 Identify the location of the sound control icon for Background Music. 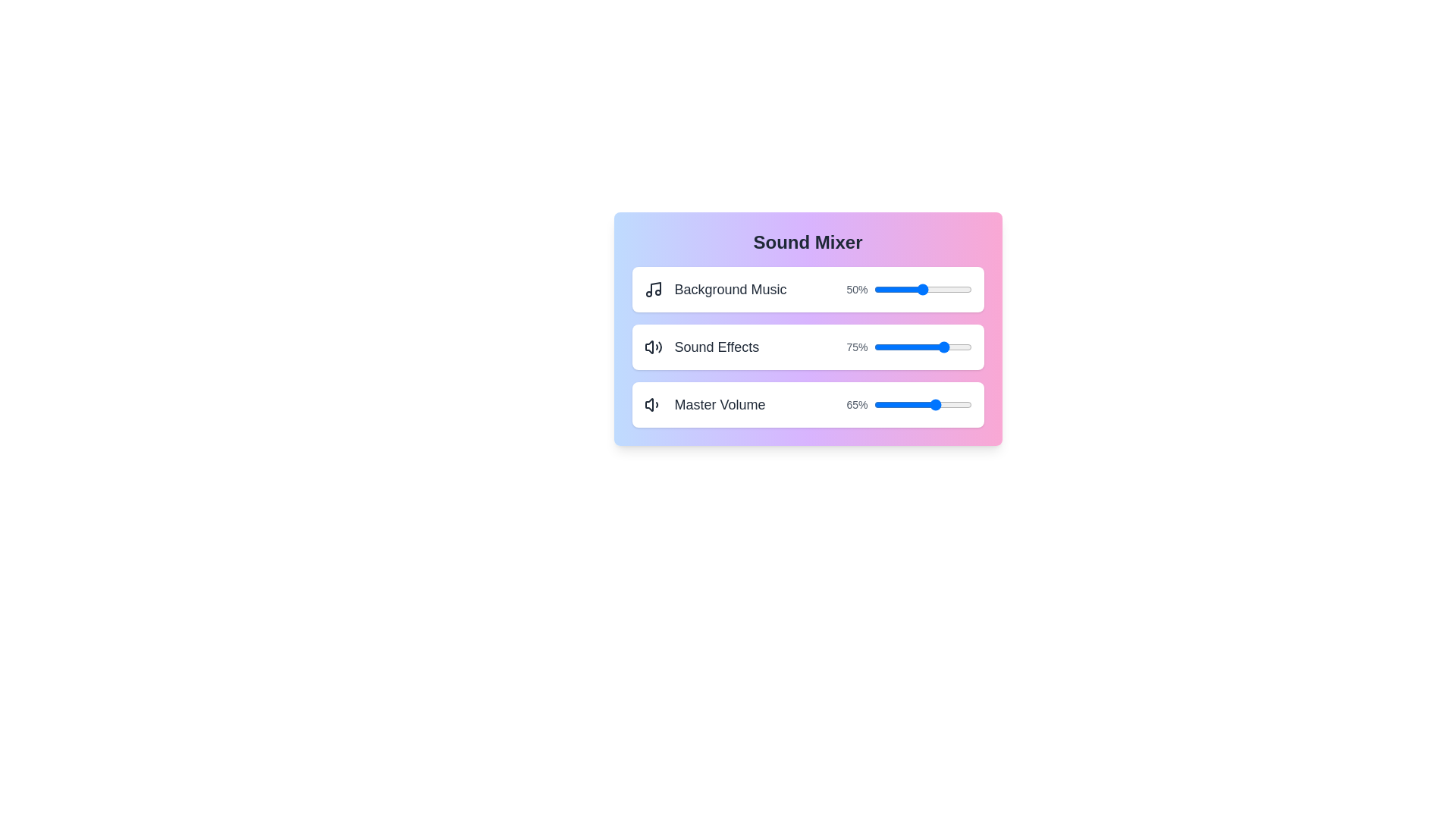
(653, 289).